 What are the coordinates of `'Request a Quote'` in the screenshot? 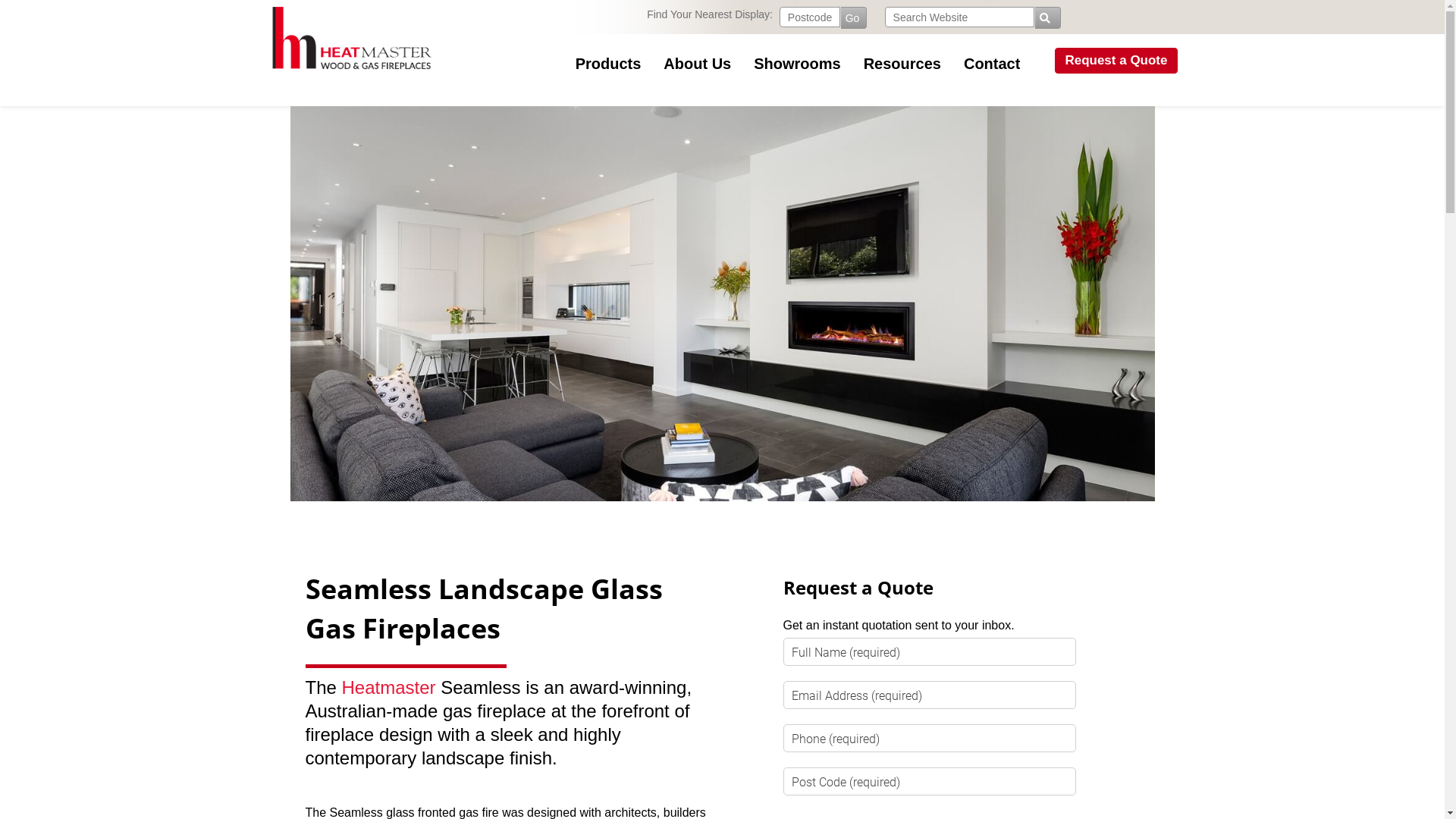 It's located at (1098, 60).